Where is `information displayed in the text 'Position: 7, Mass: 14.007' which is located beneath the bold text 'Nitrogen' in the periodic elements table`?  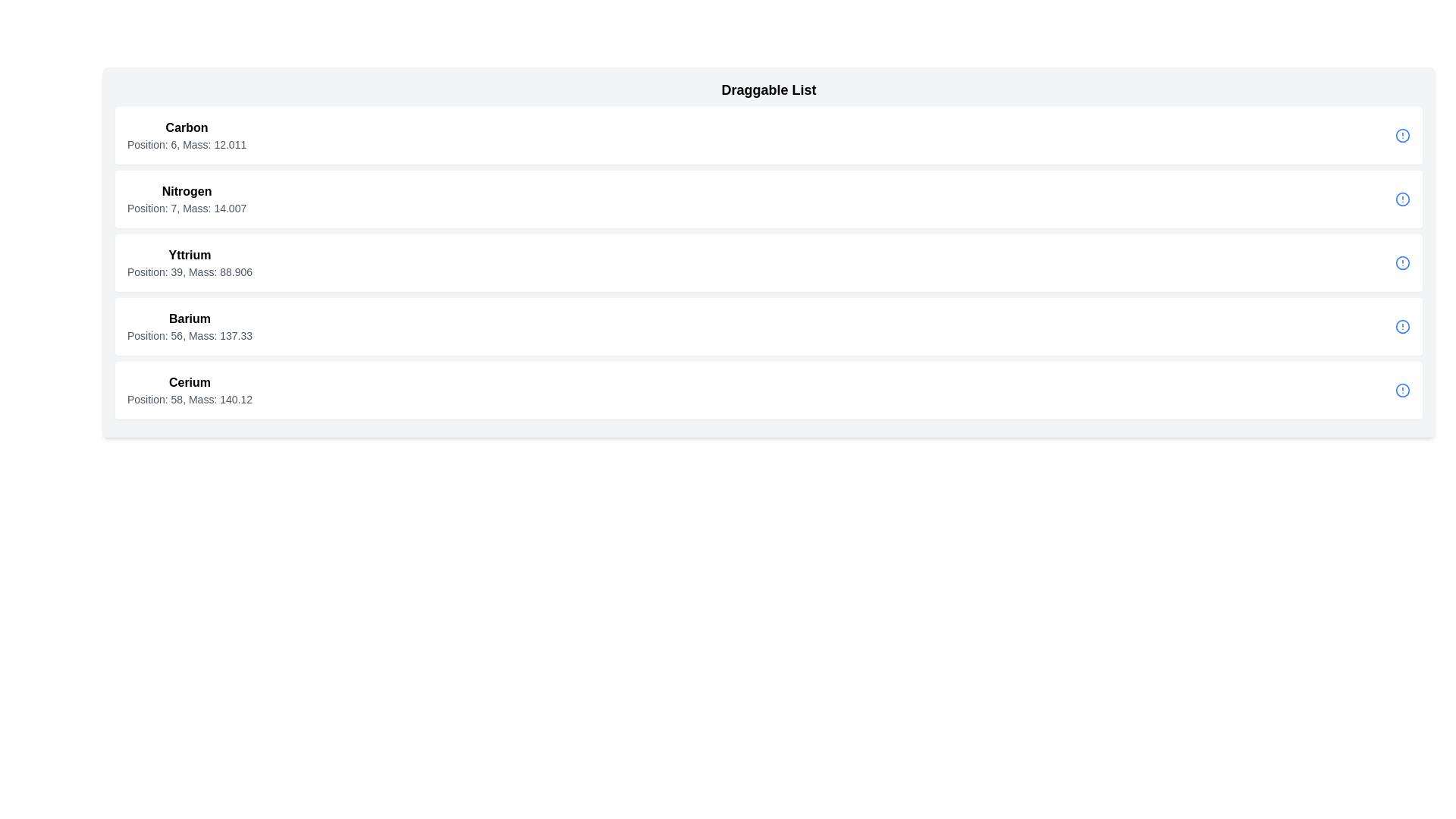
information displayed in the text 'Position: 7, Mass: 14.007' which is located beneath the bold text 'Nitrogen' in the periodic elements table is located at coordinates (186, 208).